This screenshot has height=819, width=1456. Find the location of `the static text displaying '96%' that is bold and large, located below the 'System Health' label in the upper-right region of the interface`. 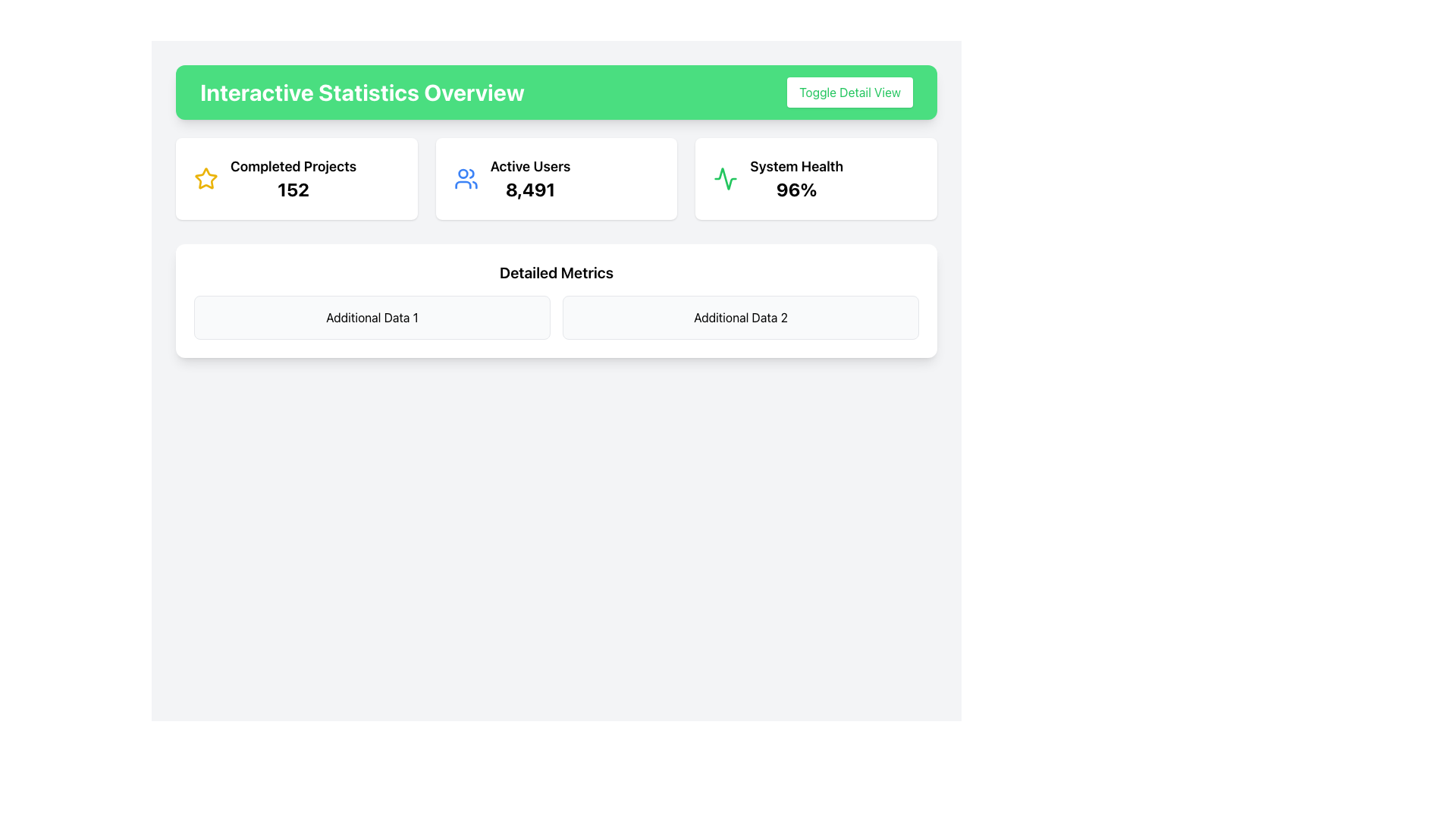

the static text displaying '96%' that is bold and large, located below the 'System Health' label in the upper-right region of the interface is located at coordinates (795, 189).